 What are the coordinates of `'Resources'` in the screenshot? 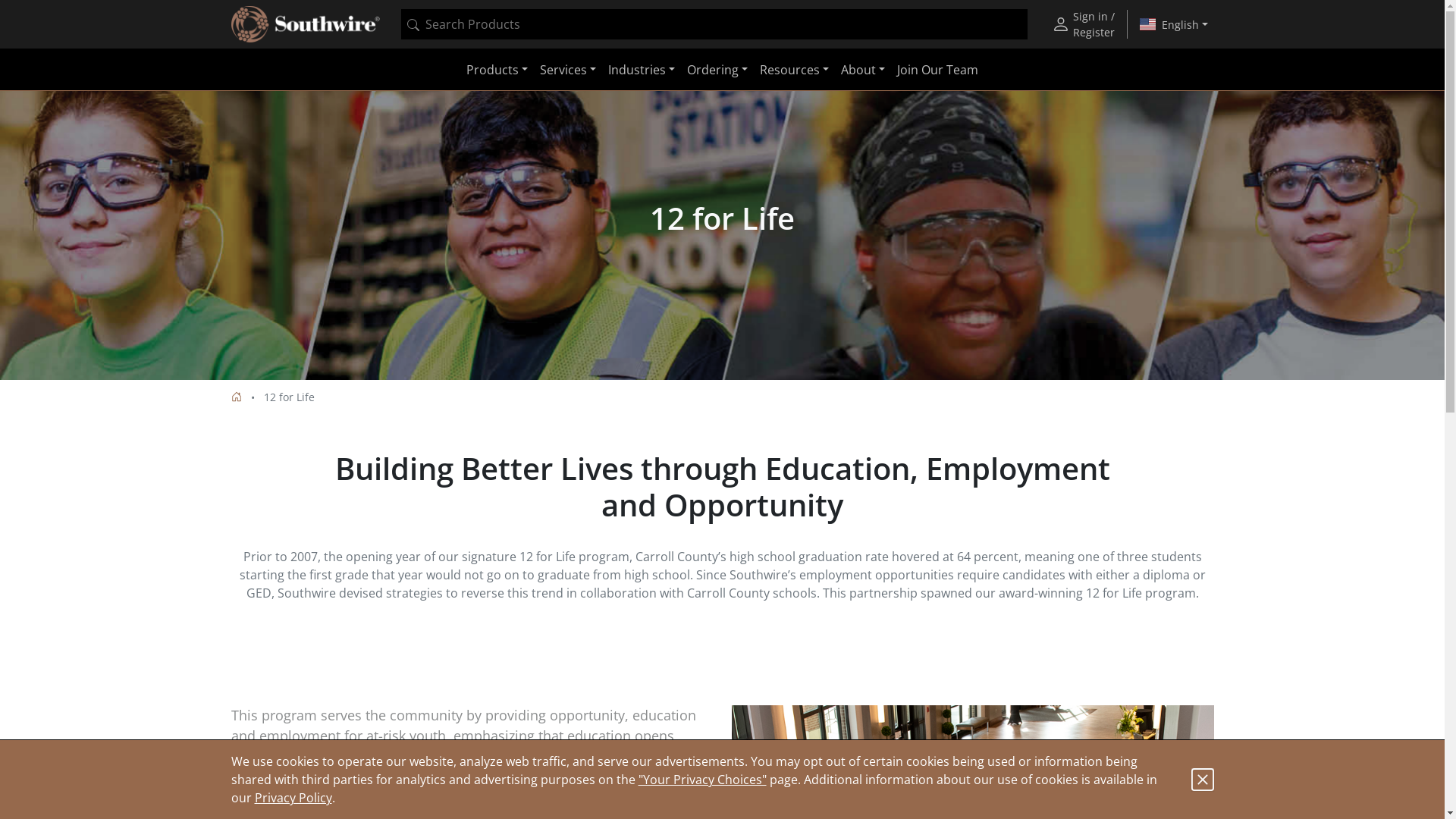 It's located at (753, 70).